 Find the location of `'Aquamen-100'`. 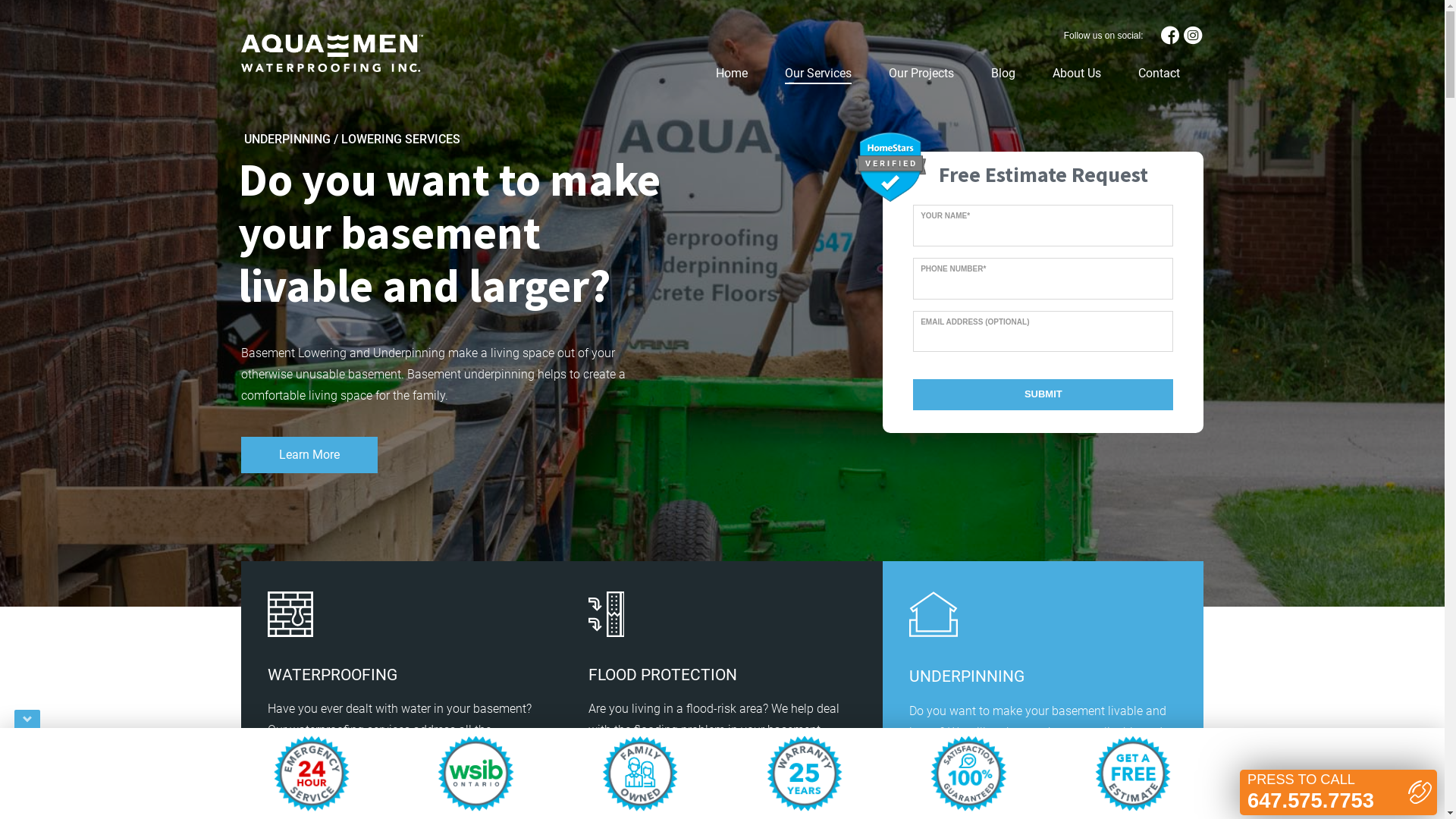

'Aquamen-100' is located at coordinates (967, 773).